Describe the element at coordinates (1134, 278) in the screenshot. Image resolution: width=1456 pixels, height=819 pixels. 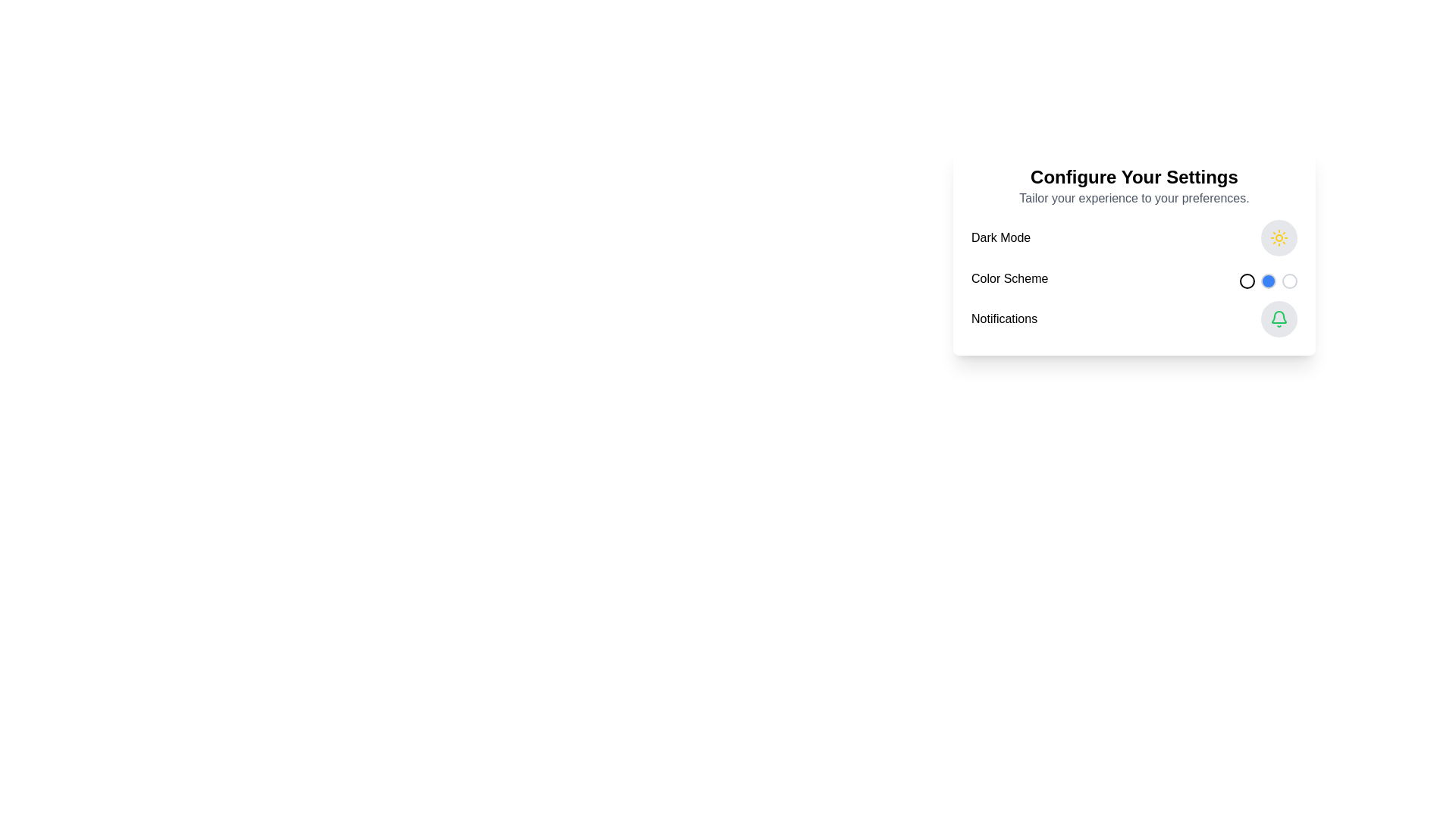
I see `the 'Color Scheme' selection component with radio buttons, which is the second section in a vertically stacked layout` at that location.